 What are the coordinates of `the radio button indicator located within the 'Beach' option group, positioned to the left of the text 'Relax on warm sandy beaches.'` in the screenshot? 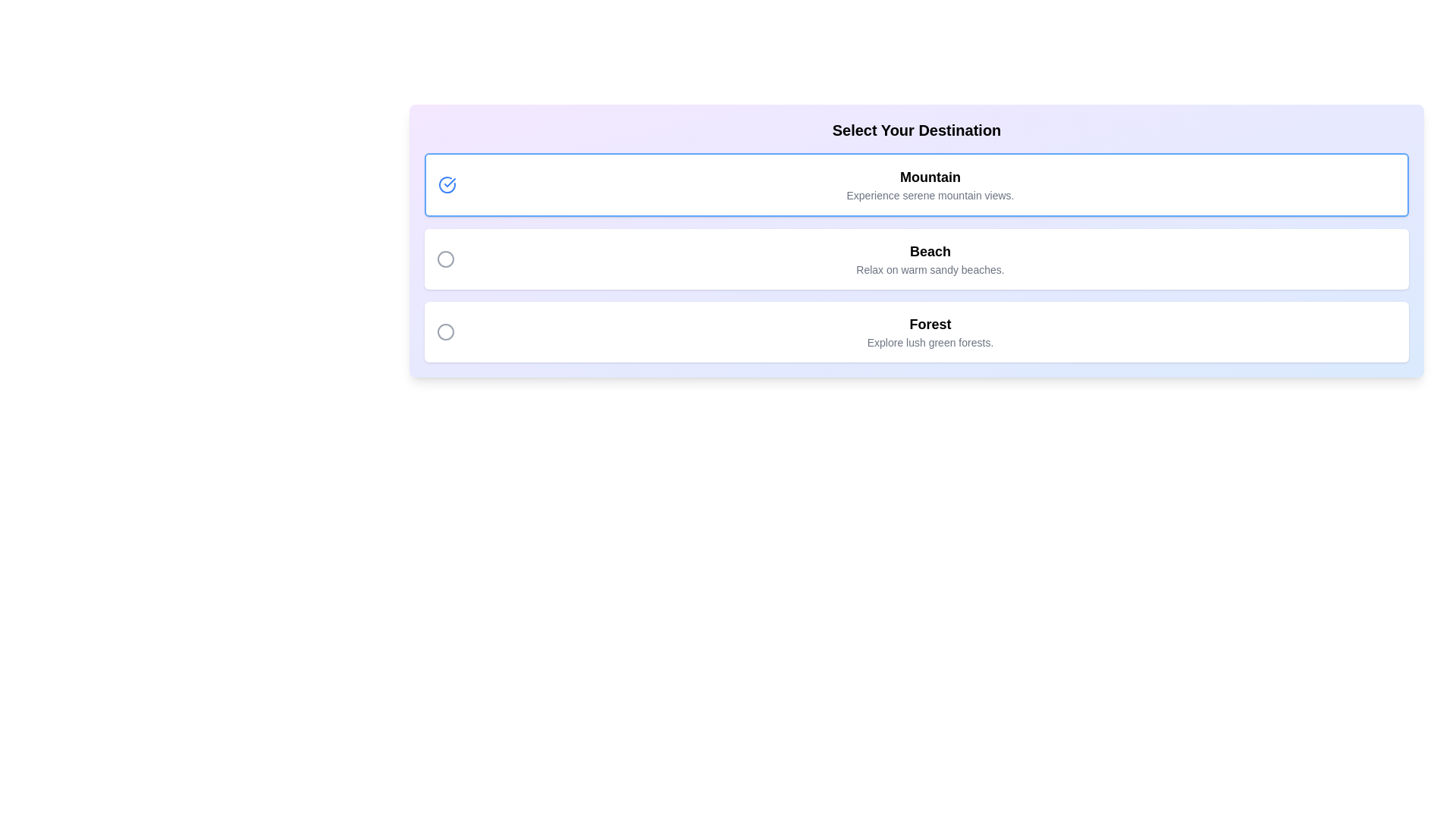 It's located at (450, 259).